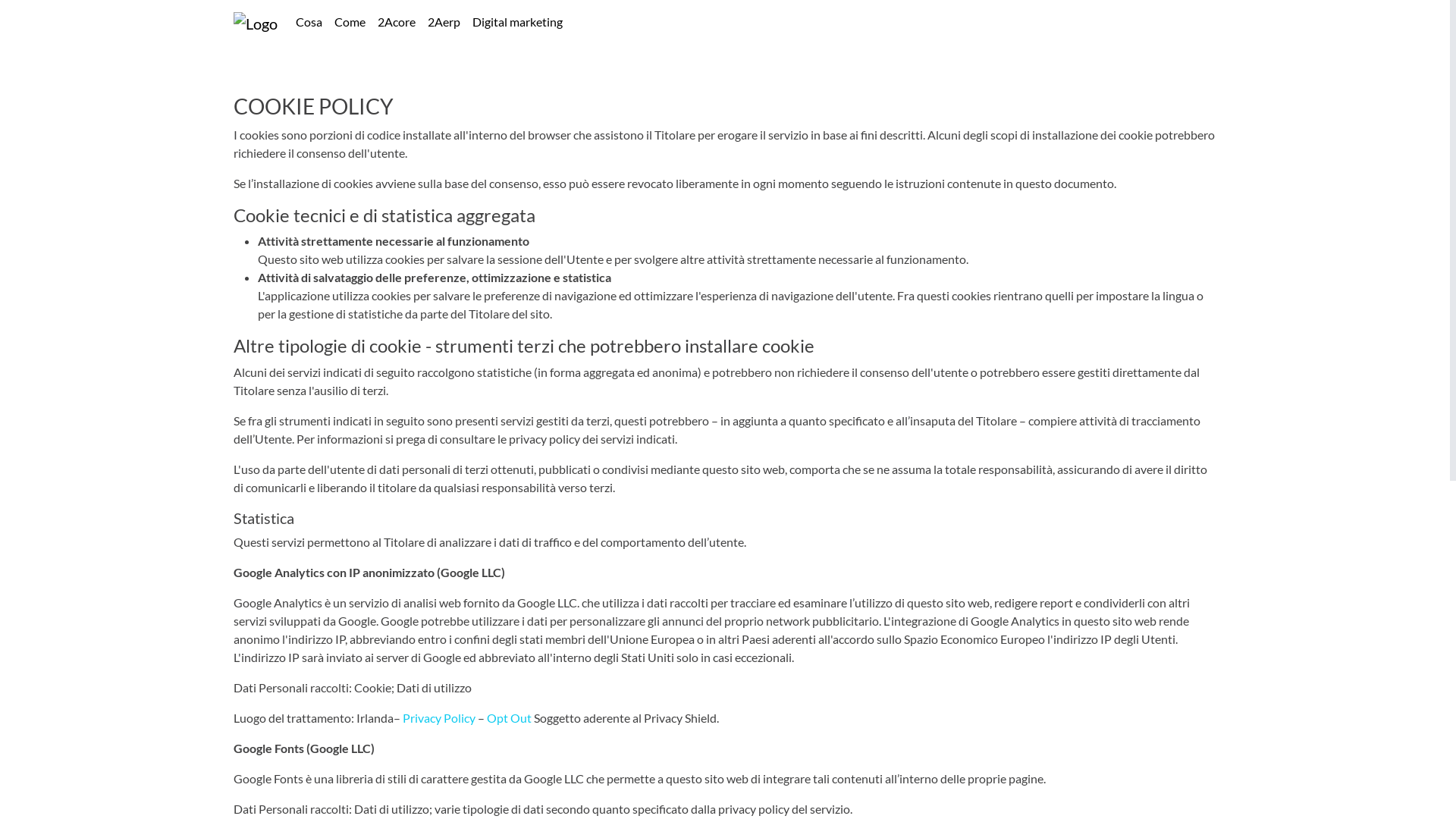 This screenshot has height=819, width=1456. Describe the element at coordinates (349, 22) in the screenshot. I see `'Come'` at that location.